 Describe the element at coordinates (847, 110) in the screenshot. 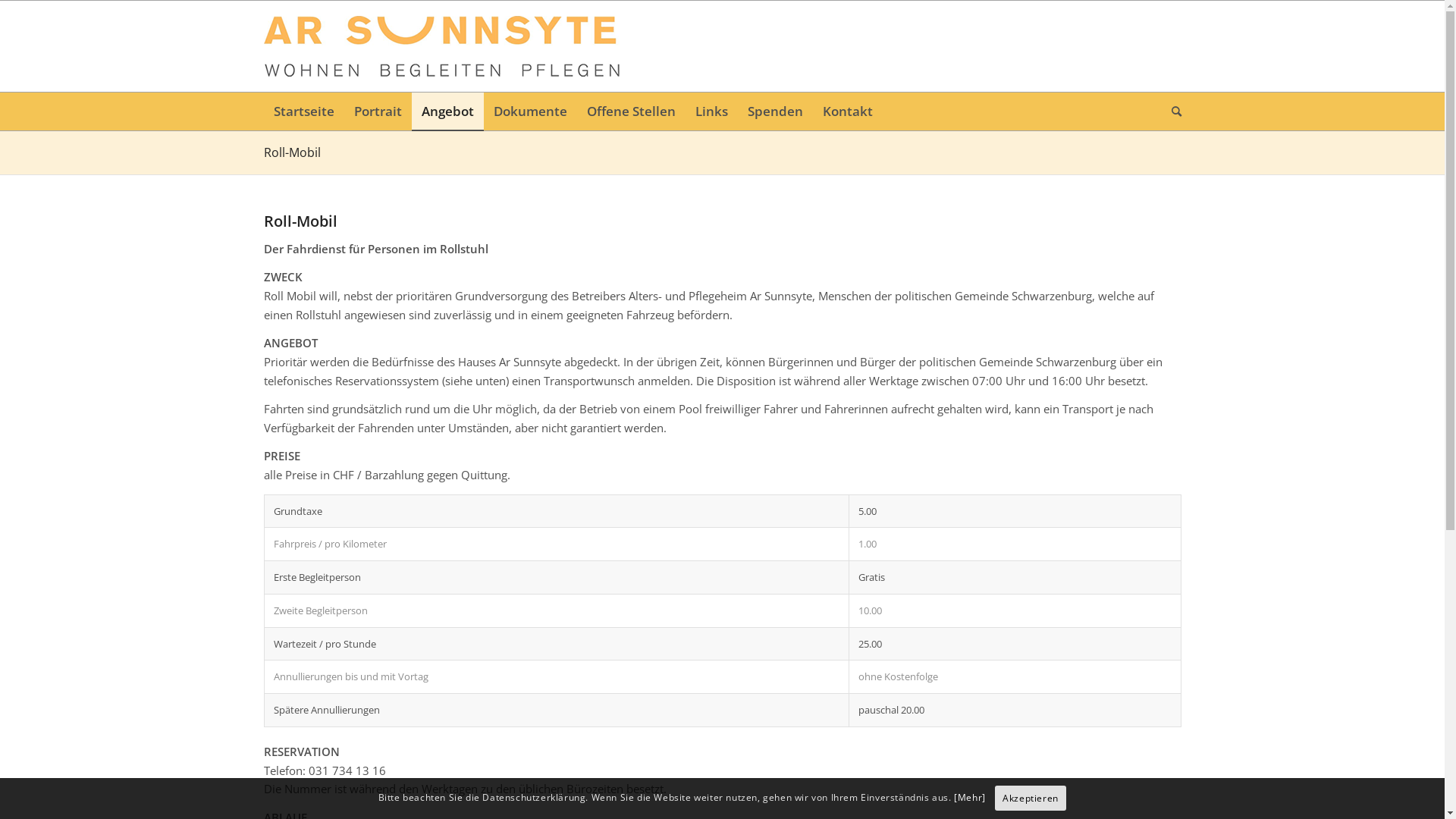

I see `'Kontakt'` at that location.